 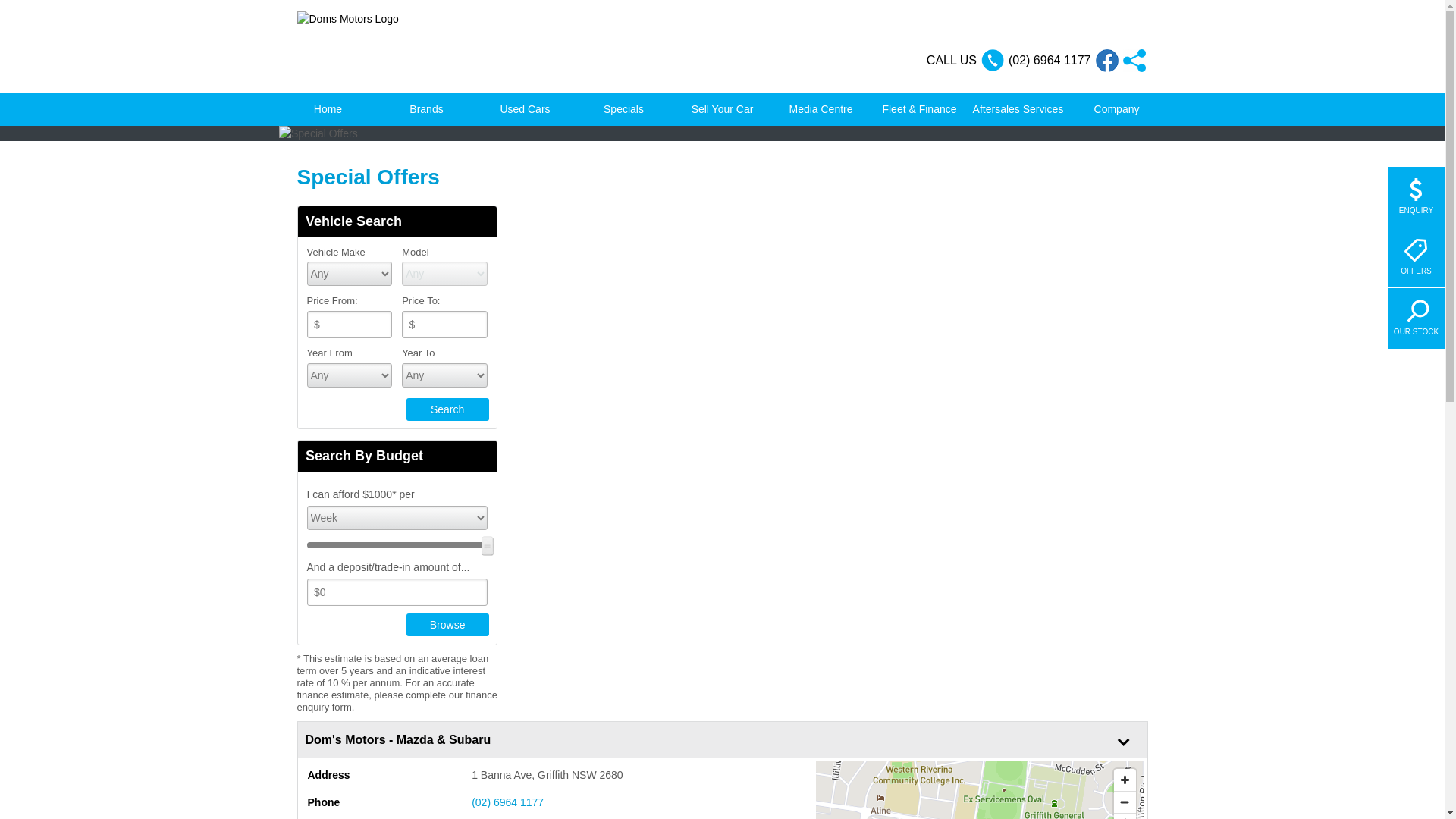 I want to click on 'Used Cars', so click(x=525, y=108).